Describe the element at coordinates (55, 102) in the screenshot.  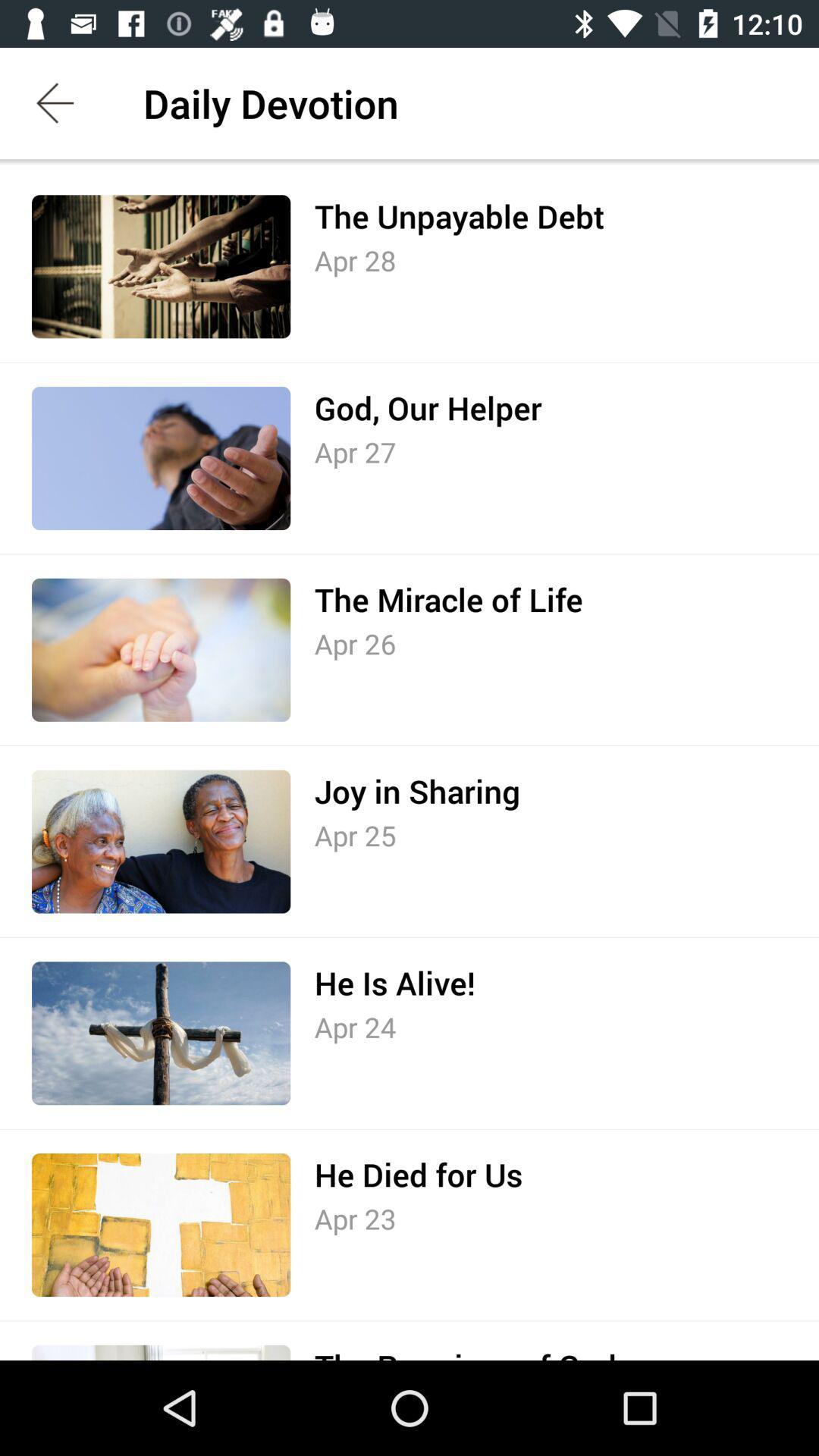
I see `go back` at that location.